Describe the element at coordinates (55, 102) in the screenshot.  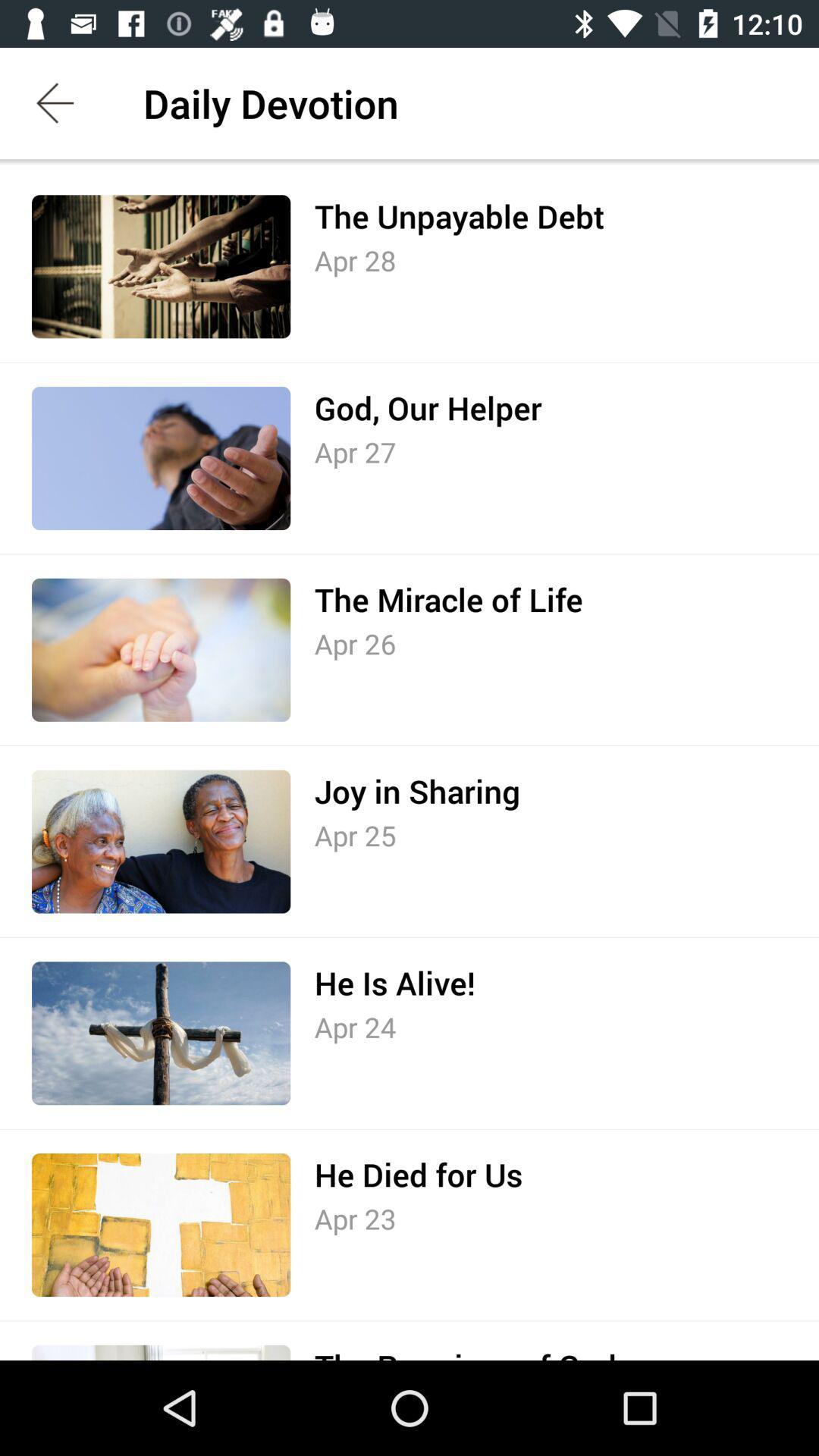
I see `go back` at that location.